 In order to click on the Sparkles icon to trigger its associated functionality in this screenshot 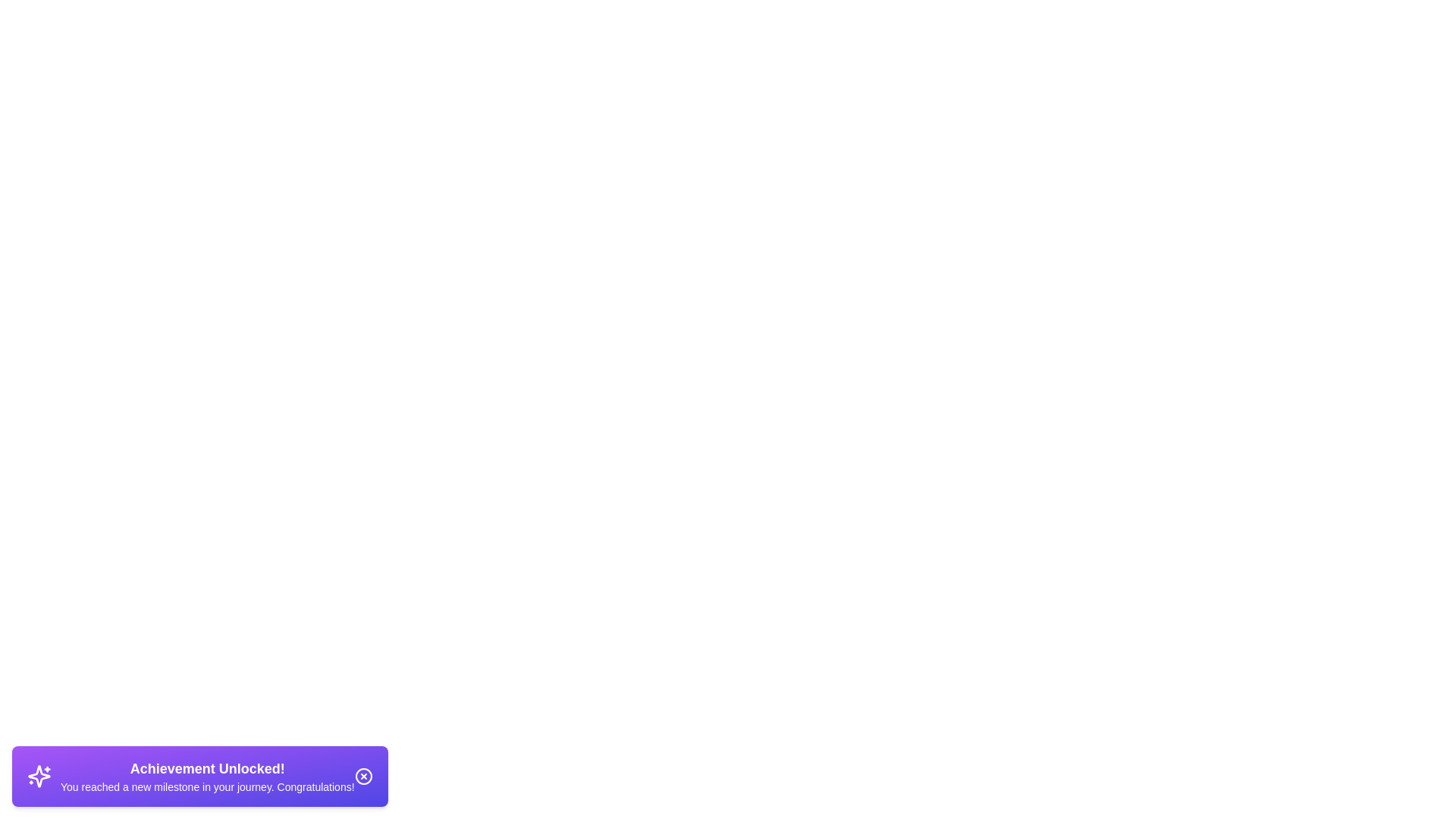, I will do `click(39, 776)`.